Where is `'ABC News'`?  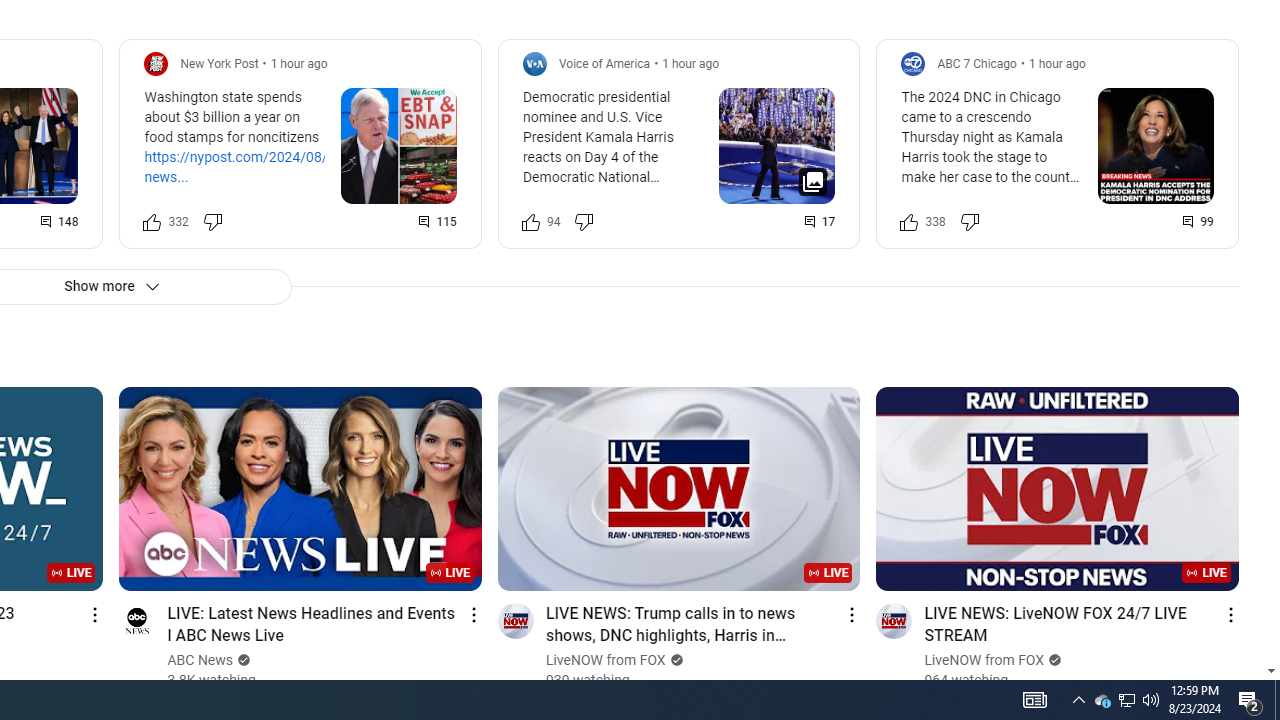 'ABC News' is located at coordinates (200, 660).